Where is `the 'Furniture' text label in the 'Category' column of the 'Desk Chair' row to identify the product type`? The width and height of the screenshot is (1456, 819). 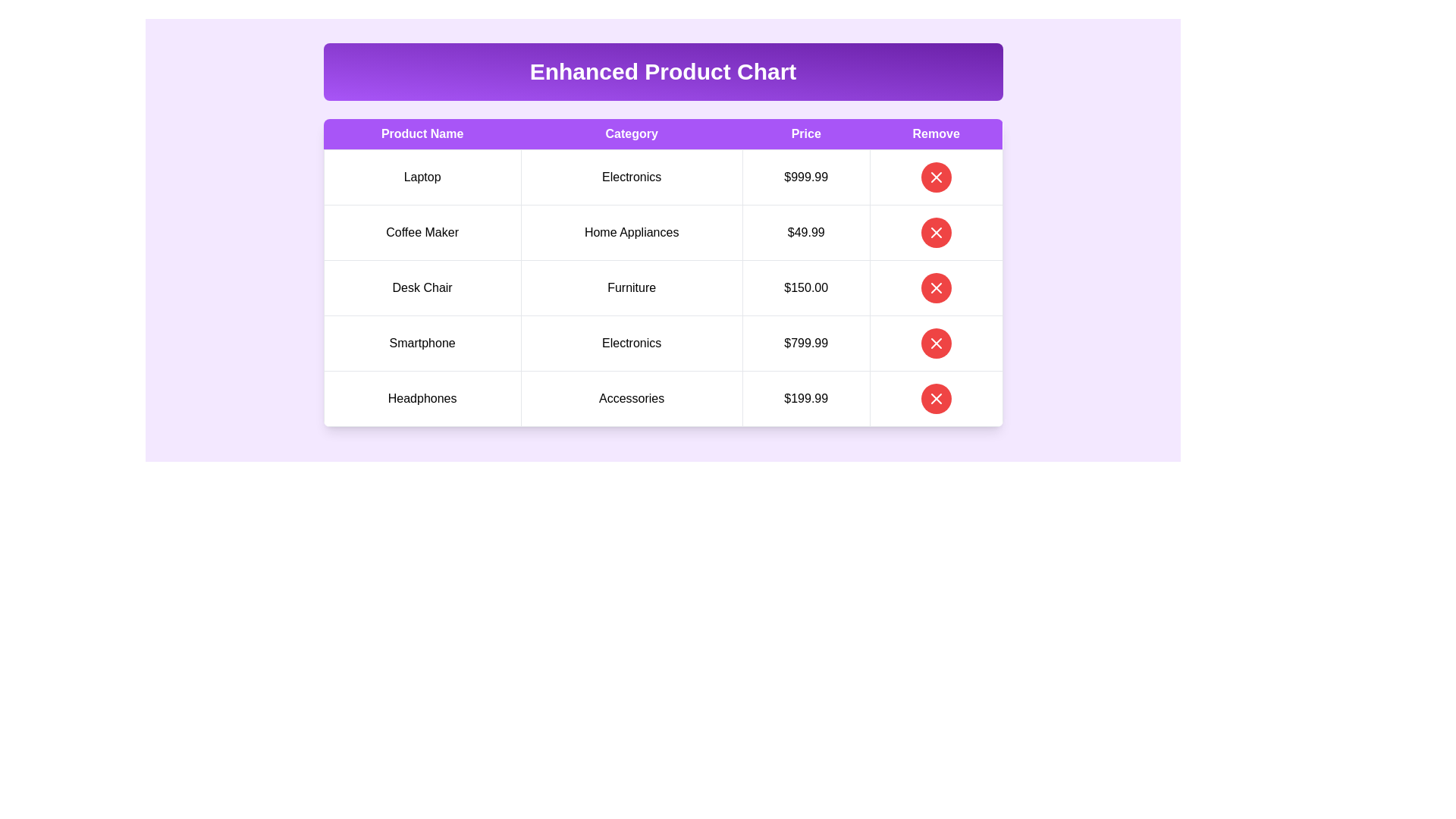
the 'Furniture' text label in the 'Category' column of the 'Desk Chair' row to identify the product type is located at coordinates (632, 288).